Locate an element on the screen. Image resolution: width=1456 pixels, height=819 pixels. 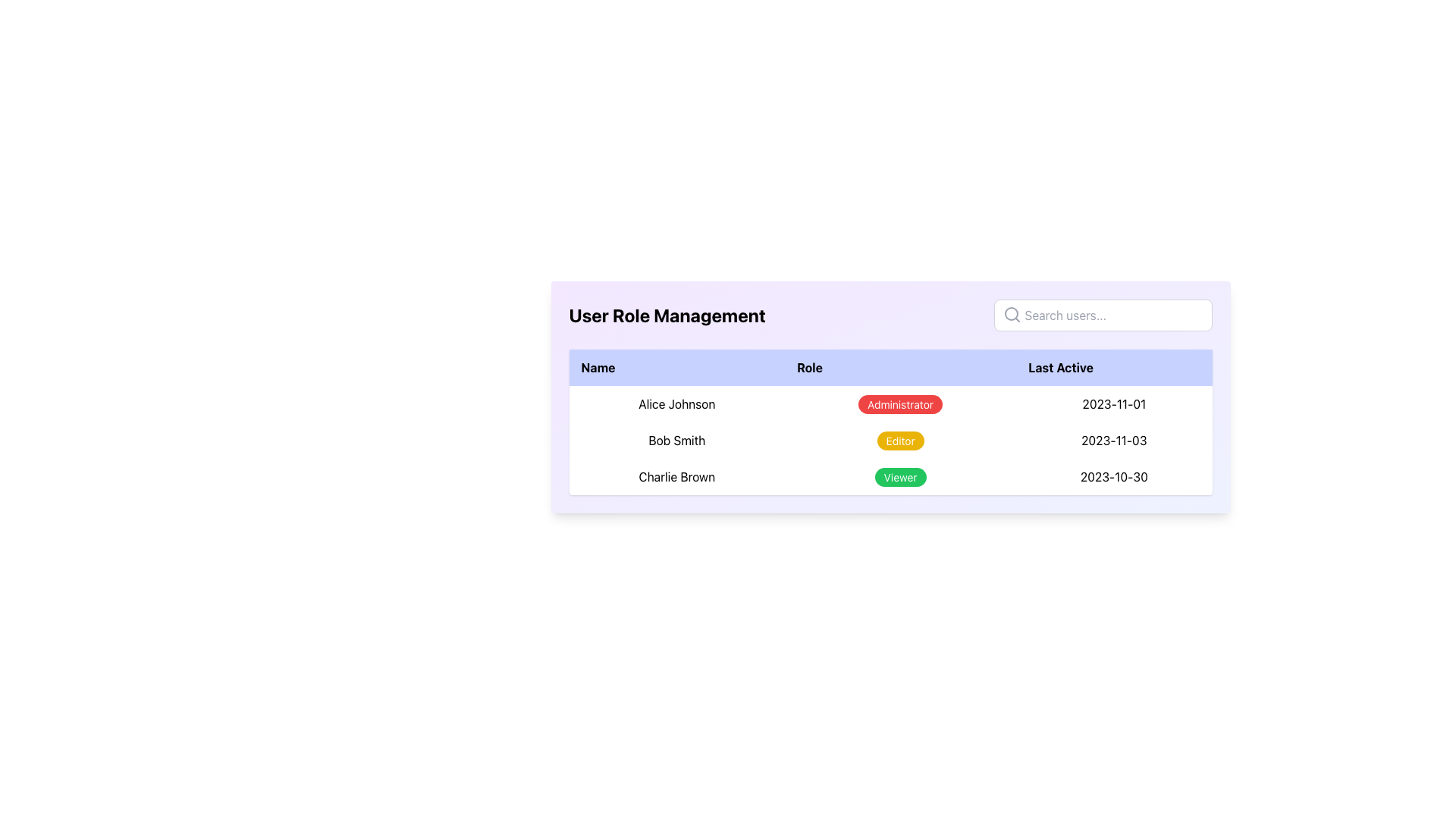
the pill-shaped label with a green background and white text that reads 'Viewer' located in the 'Role' column of the third row for 'Charlie Brown' is located at coordinates (900, 475).